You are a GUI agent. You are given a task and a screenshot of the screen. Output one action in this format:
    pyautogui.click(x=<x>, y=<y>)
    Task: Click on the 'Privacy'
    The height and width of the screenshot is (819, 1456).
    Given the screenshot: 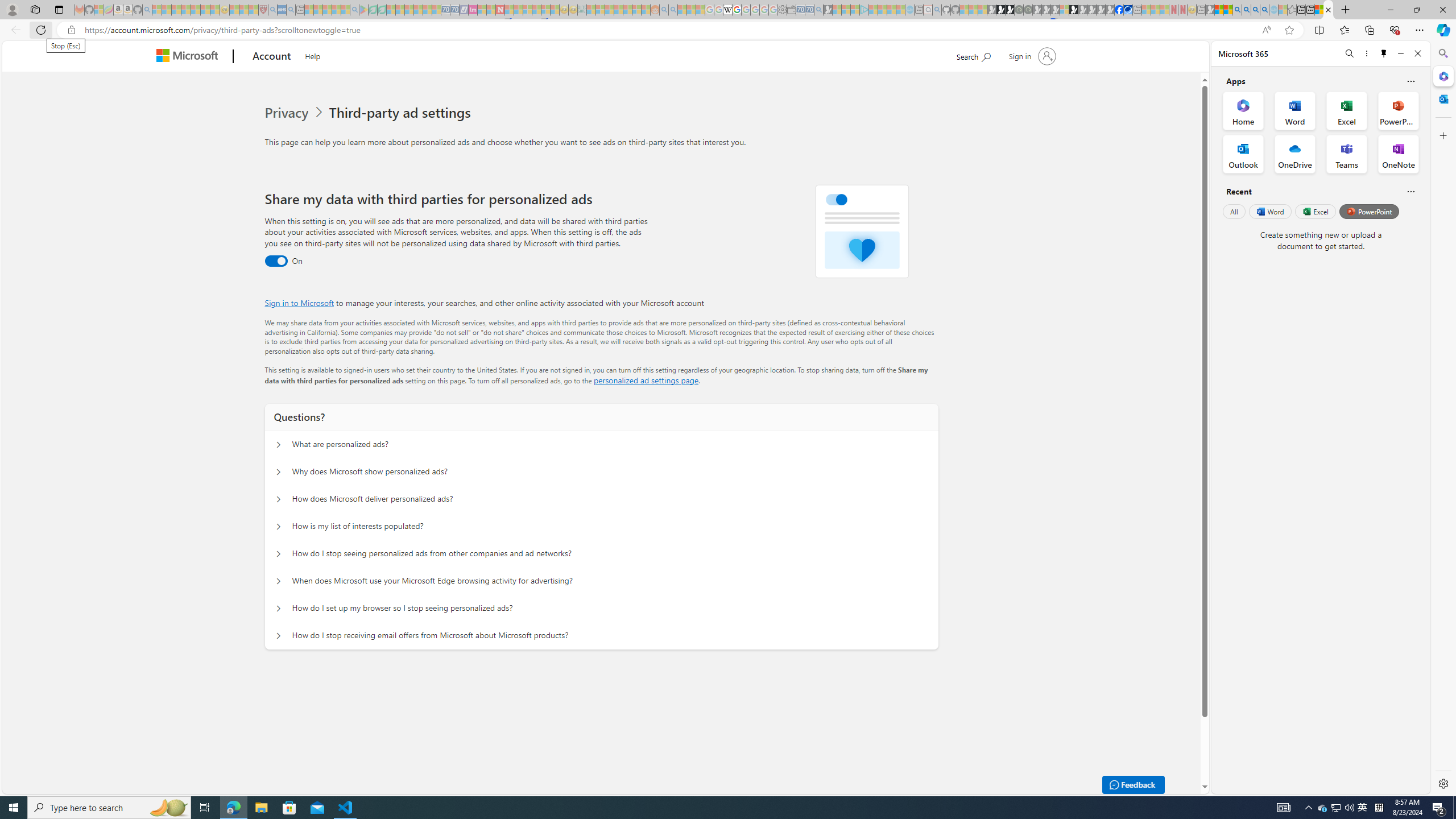 What is the action you would take?
    pyautogui.click(x=295, y=113)
    